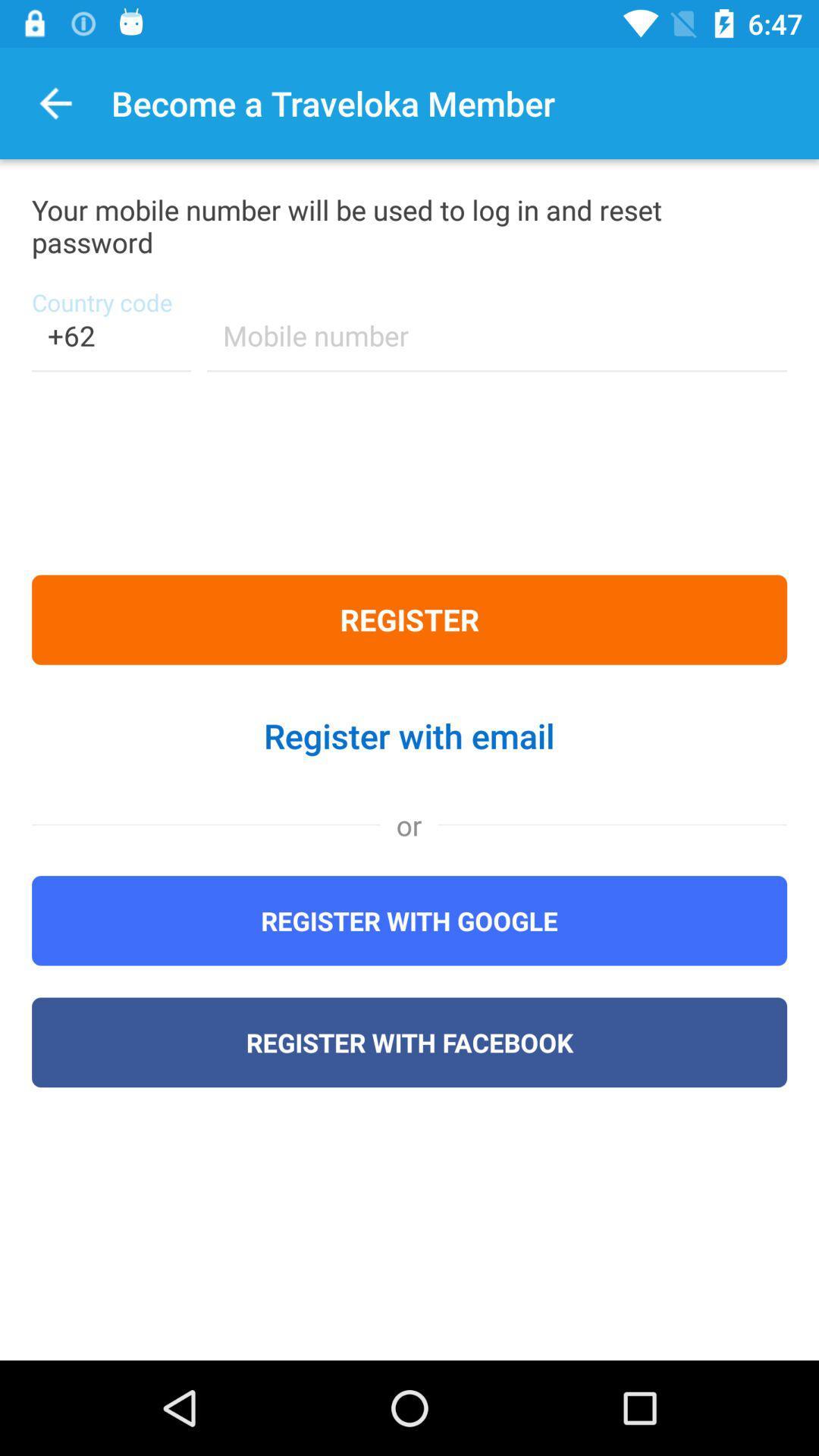 Image resolution: width=819 pixels, height=1456 pixels. What do you see at coordinates (55, 102) in the screenshot?
I see `the item next to the become a traveloka item` at bounding box center [55, 102].